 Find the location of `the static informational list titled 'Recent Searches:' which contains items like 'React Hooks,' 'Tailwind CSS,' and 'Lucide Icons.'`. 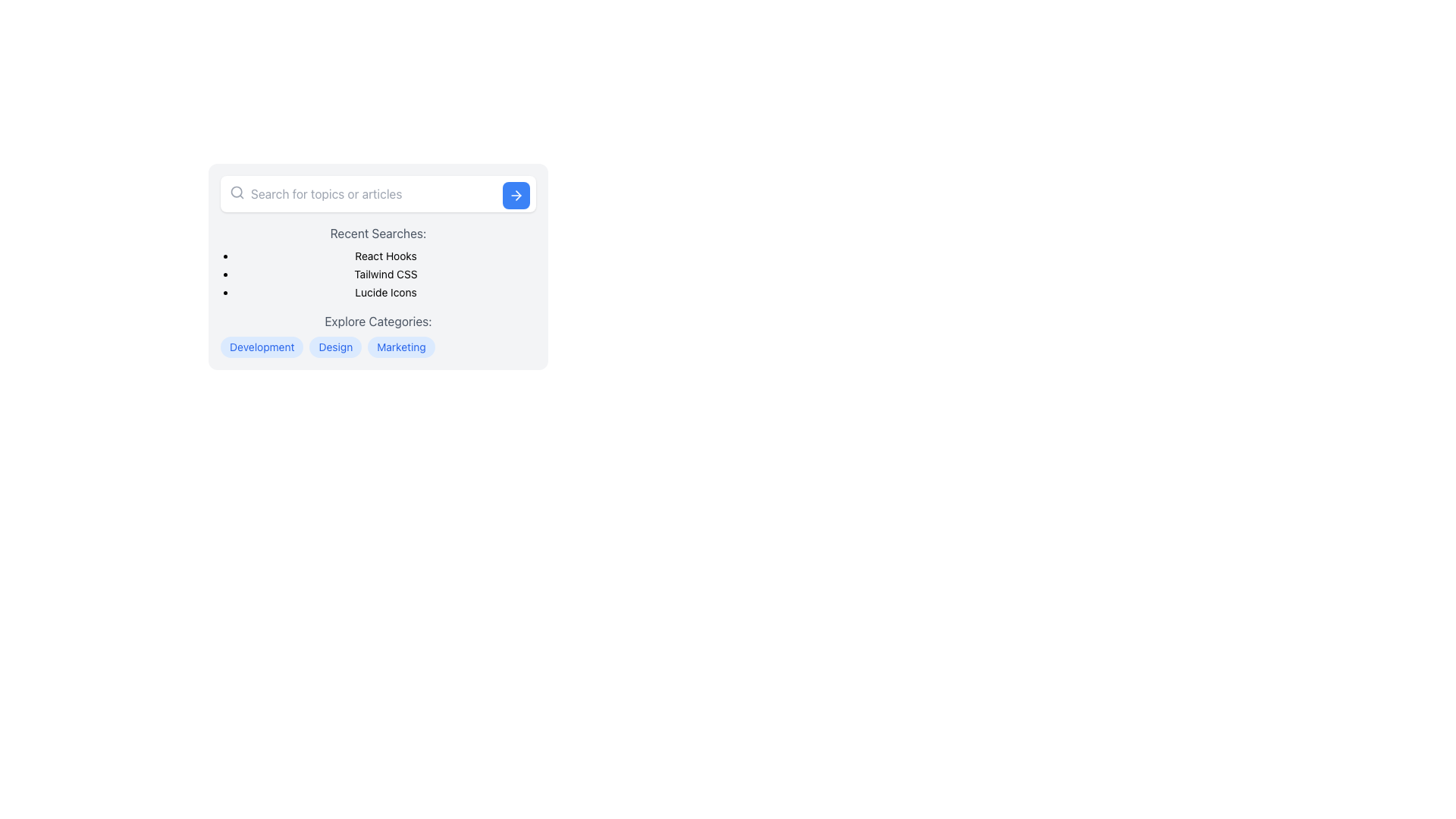

the static informational list titled 'Recent Searches:' which contains items like 'React Hooks,' 'Tailwind CSS,' and 'Lucide Icons.' is located at coordinates (378, 262).